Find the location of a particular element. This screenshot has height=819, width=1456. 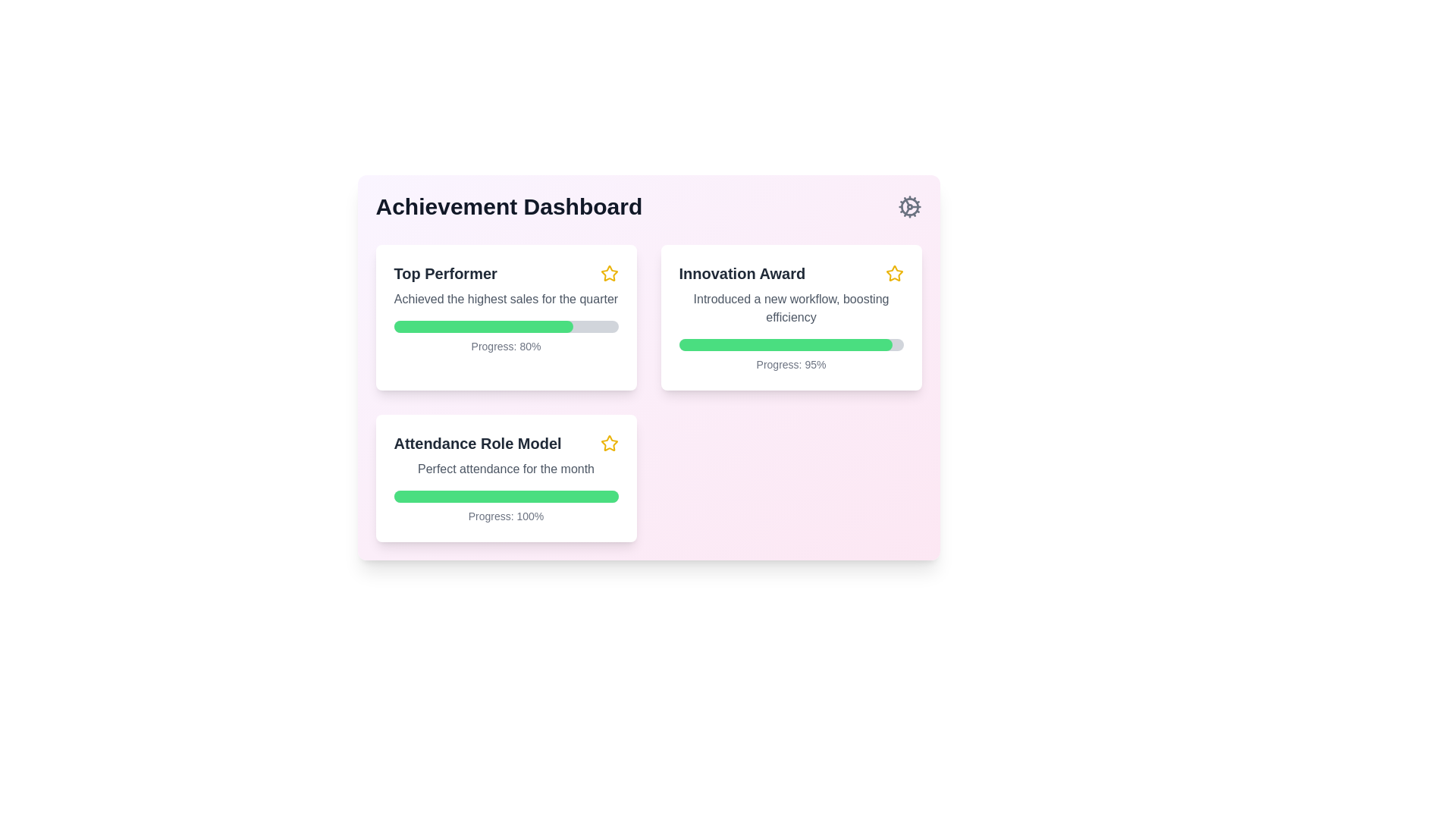

the yellow outlined star-shaped icon in the top-right corner of the 'Innovation Award' card is located at coordinates (609, 443).